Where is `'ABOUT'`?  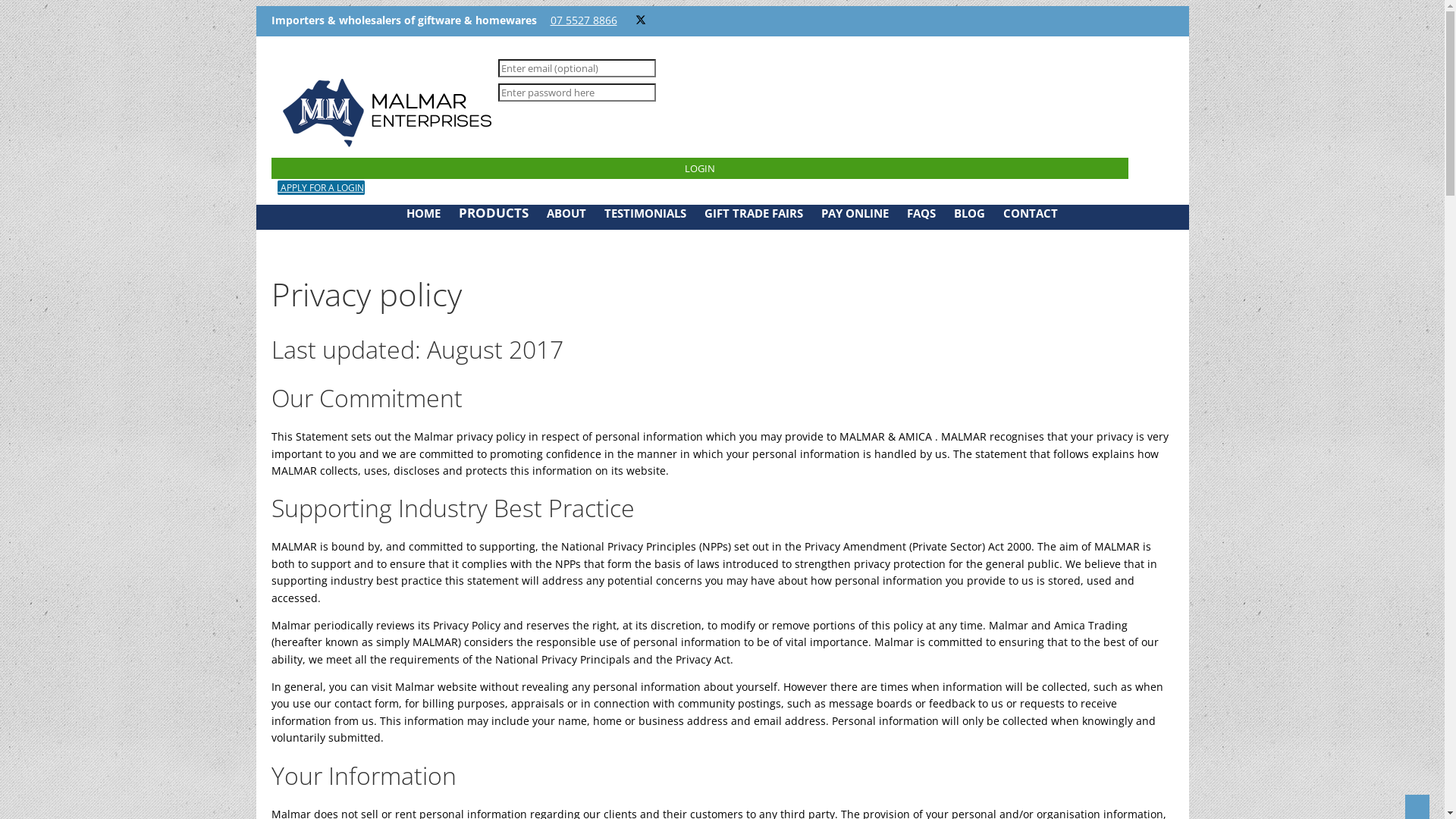 'ABOUT' is located at coordinates (564, 213).